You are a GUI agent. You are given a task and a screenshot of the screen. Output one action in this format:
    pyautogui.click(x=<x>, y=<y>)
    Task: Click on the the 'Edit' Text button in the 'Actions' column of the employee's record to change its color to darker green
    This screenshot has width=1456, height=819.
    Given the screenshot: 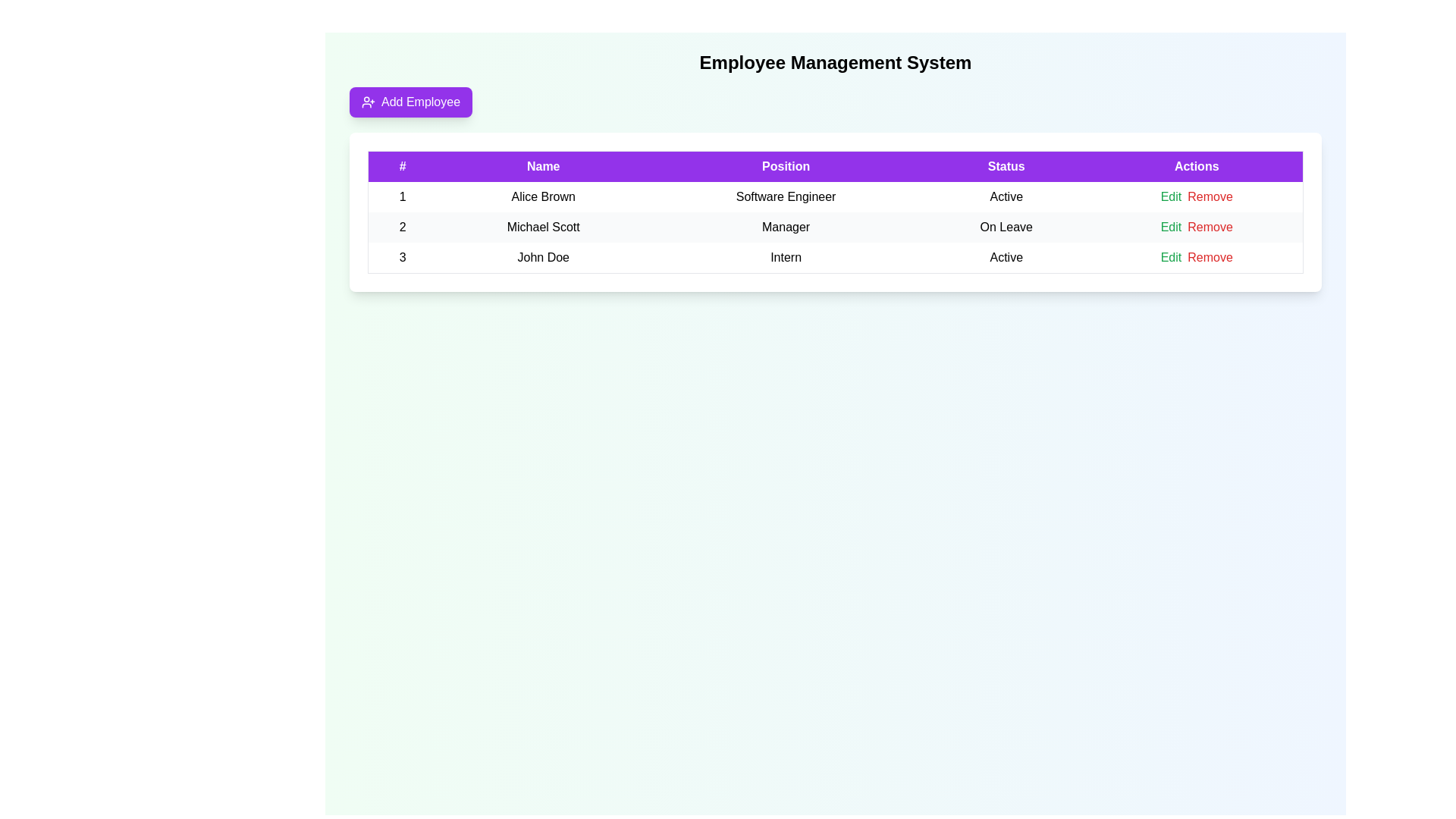 What is the action you would take?
    pyautogui.click(x=1170, y=196)
    